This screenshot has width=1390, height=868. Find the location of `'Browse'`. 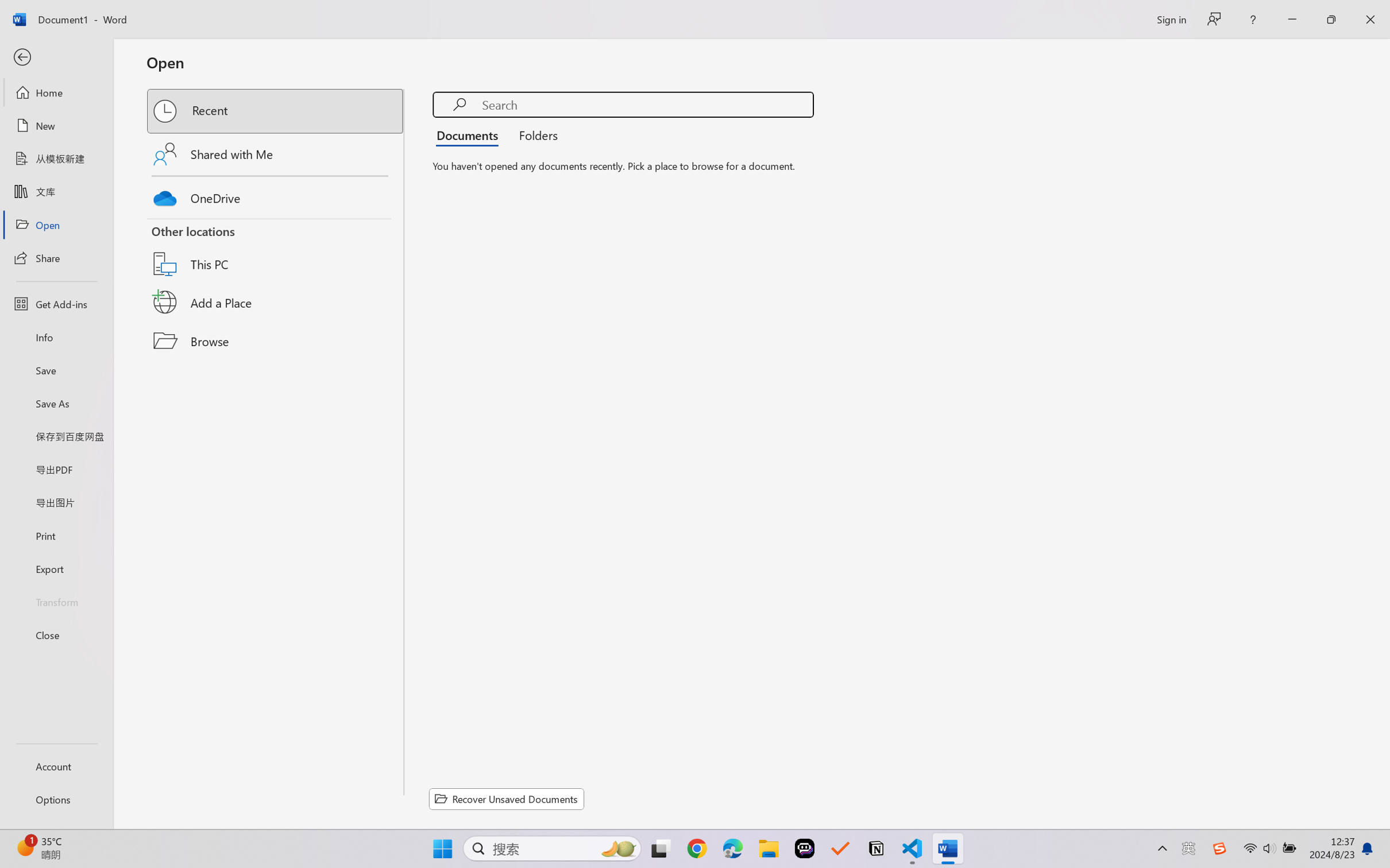

'Browse' is located at coordinates (276, 340).